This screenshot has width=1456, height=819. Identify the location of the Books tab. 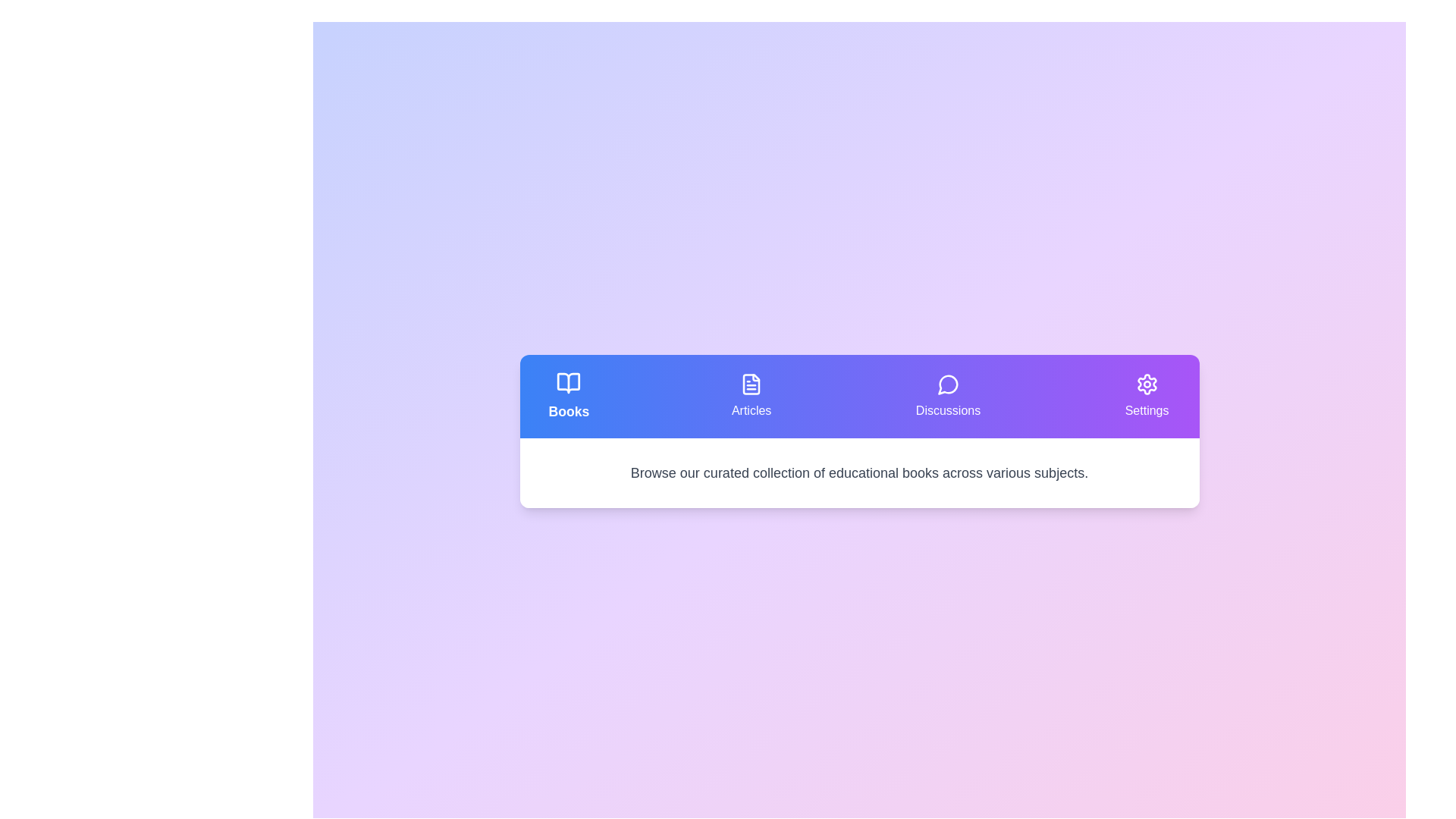
(567, 396).